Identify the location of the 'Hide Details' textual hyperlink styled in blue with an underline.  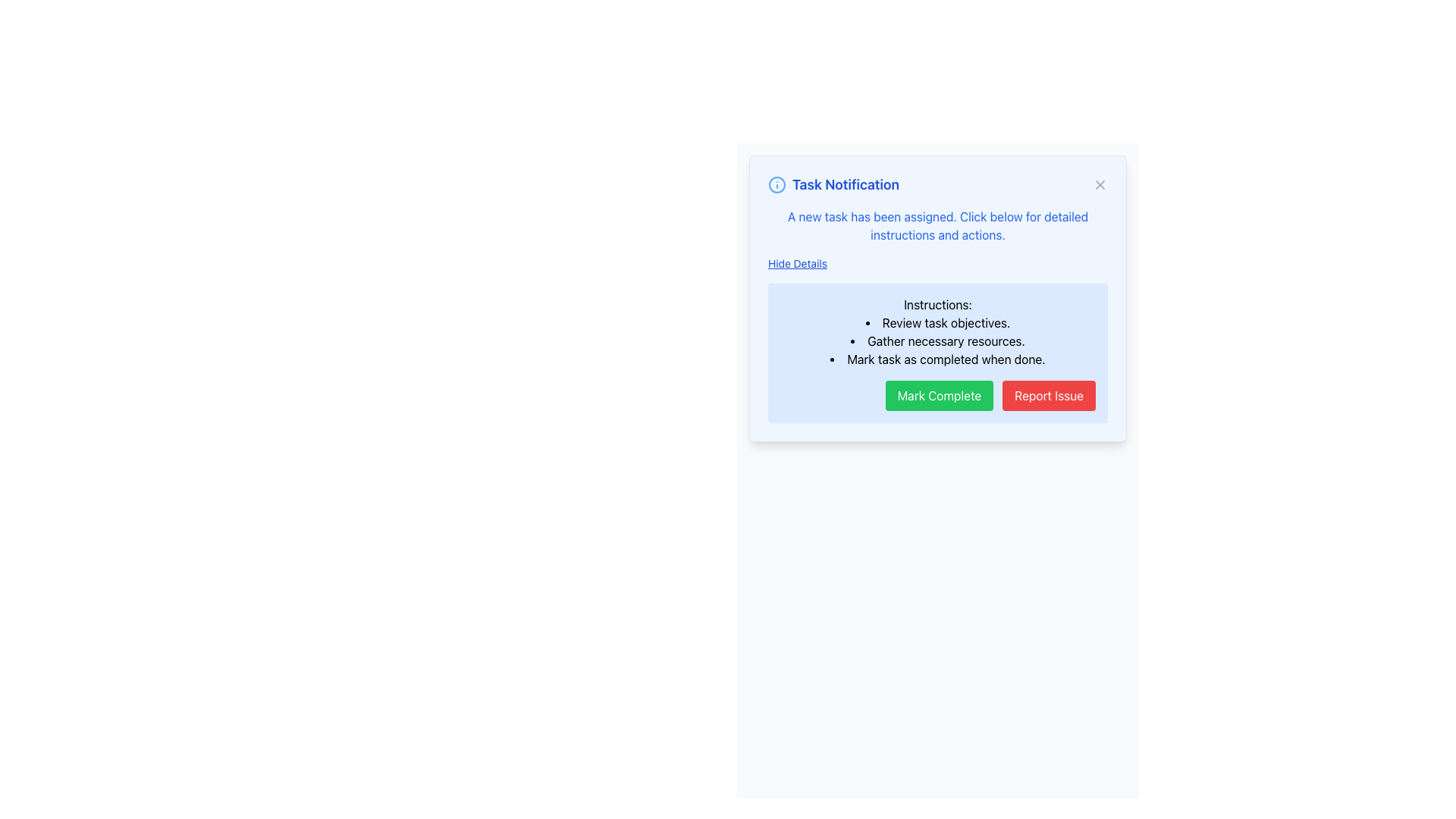
(796, 262).